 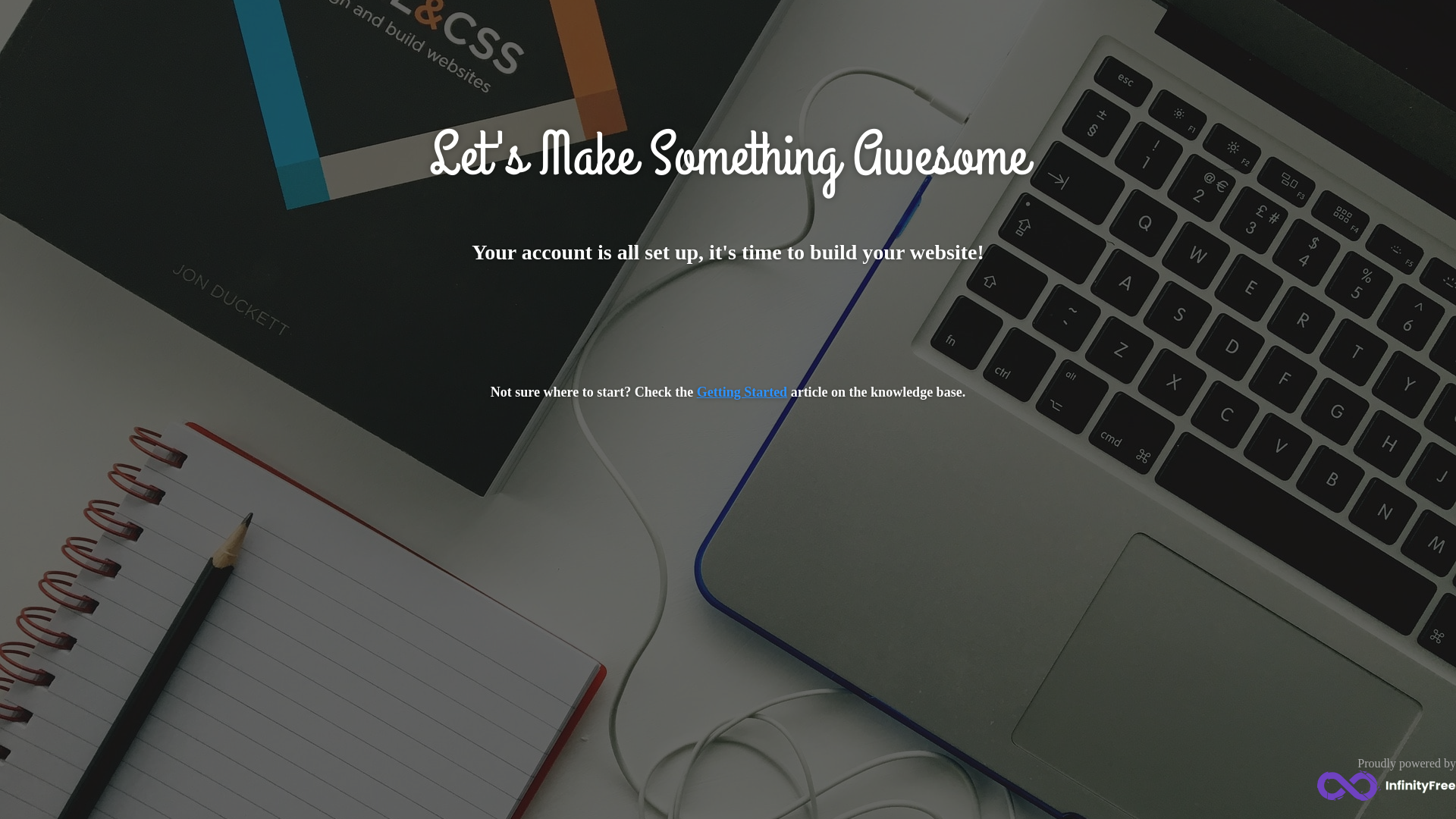 I want to click on 'Getting Started', so click(x=742, y=391).